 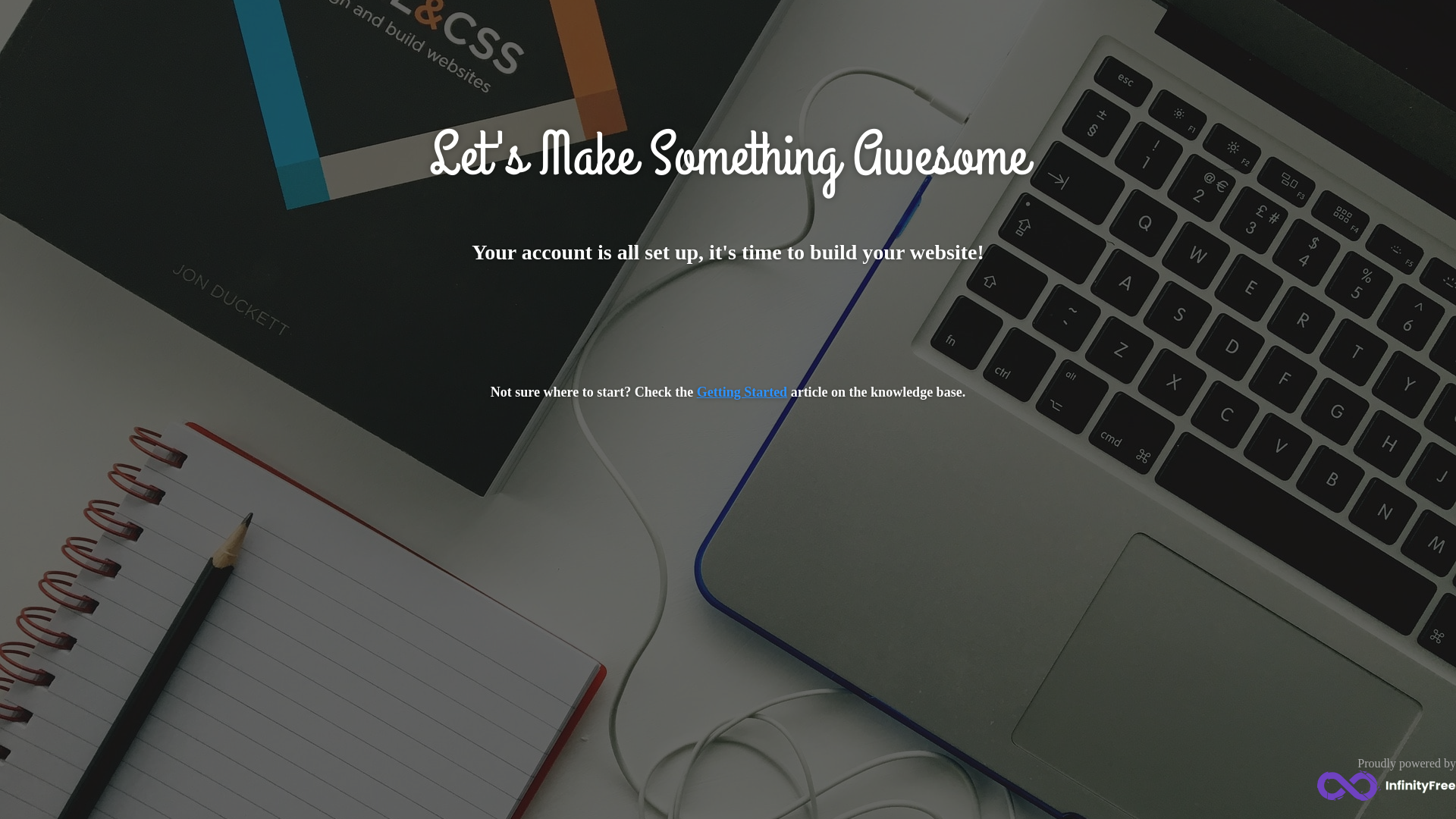 I want to click on 'Getting Started', so click(x=742, y=391).